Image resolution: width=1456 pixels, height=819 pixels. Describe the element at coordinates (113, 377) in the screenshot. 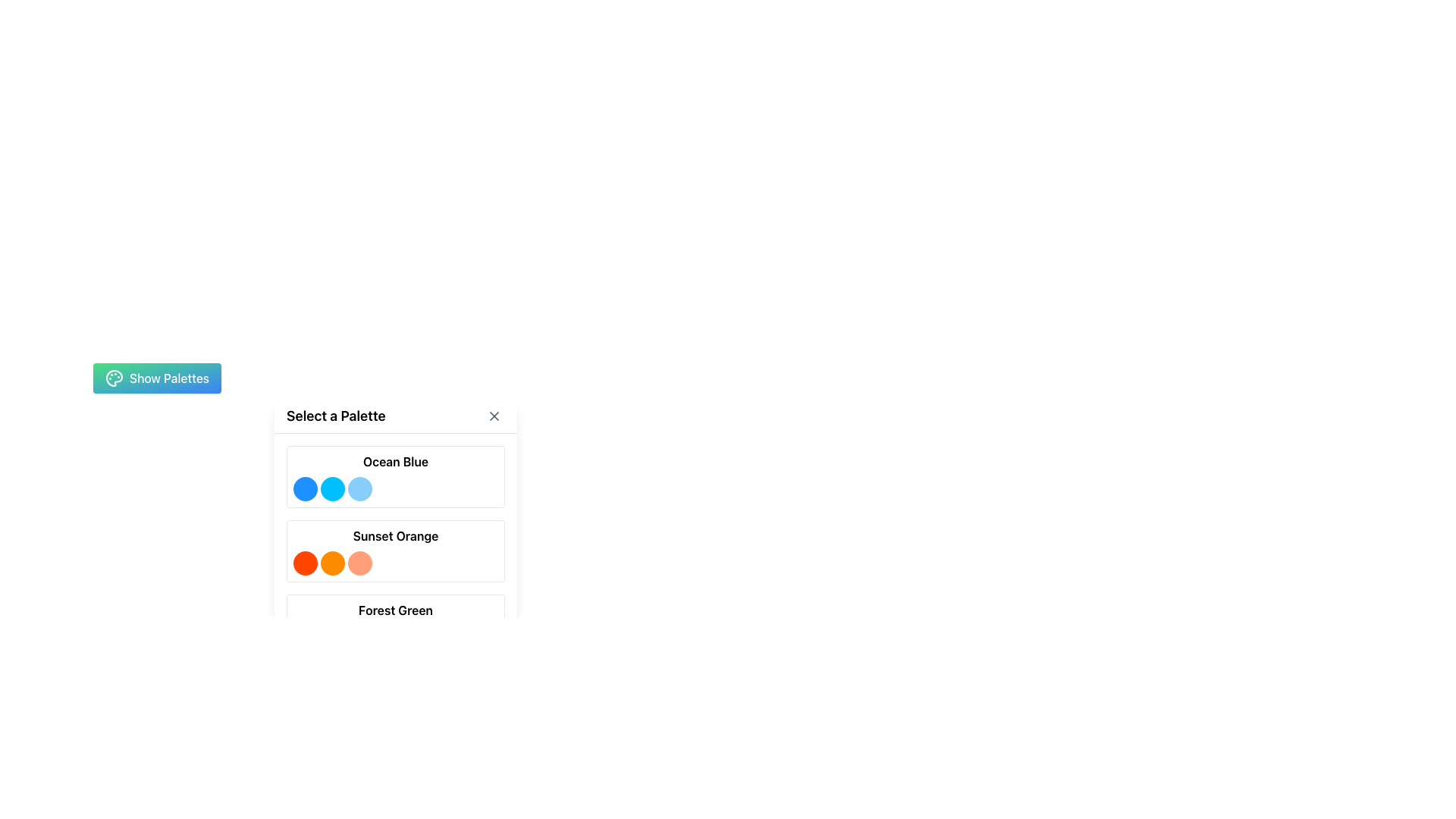

I see `the palette icon located within the 'Show Palettes' button, positioned at the leftmost area before the text label` at that location.